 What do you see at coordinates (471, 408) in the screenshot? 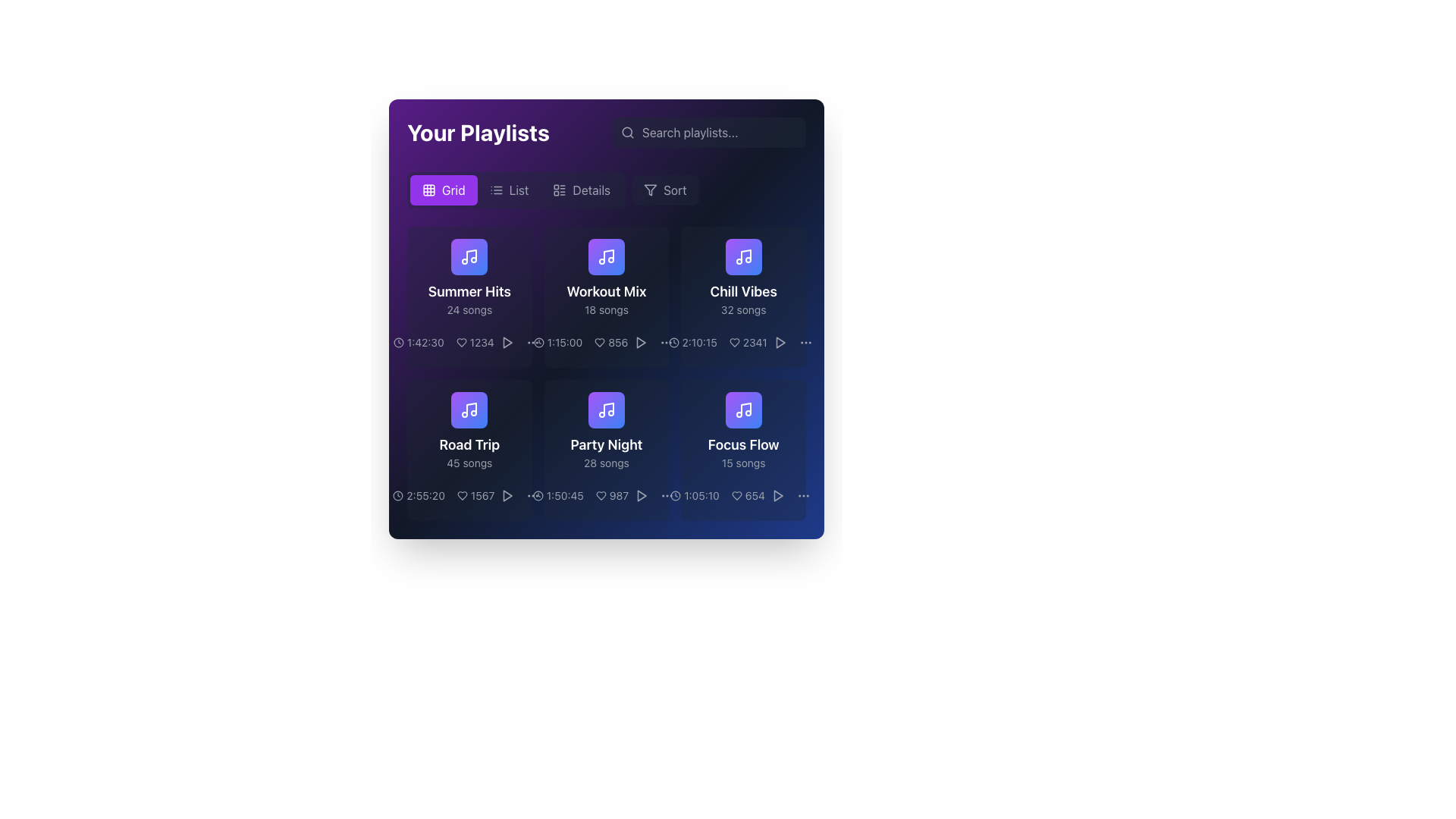
I see `the appearance of the music note icon located in the top-left corner of the 'Road Trip' music playlist card, which features a stylized vertical bar and a small circle representing a musical note` at bounding box center [471, 408].